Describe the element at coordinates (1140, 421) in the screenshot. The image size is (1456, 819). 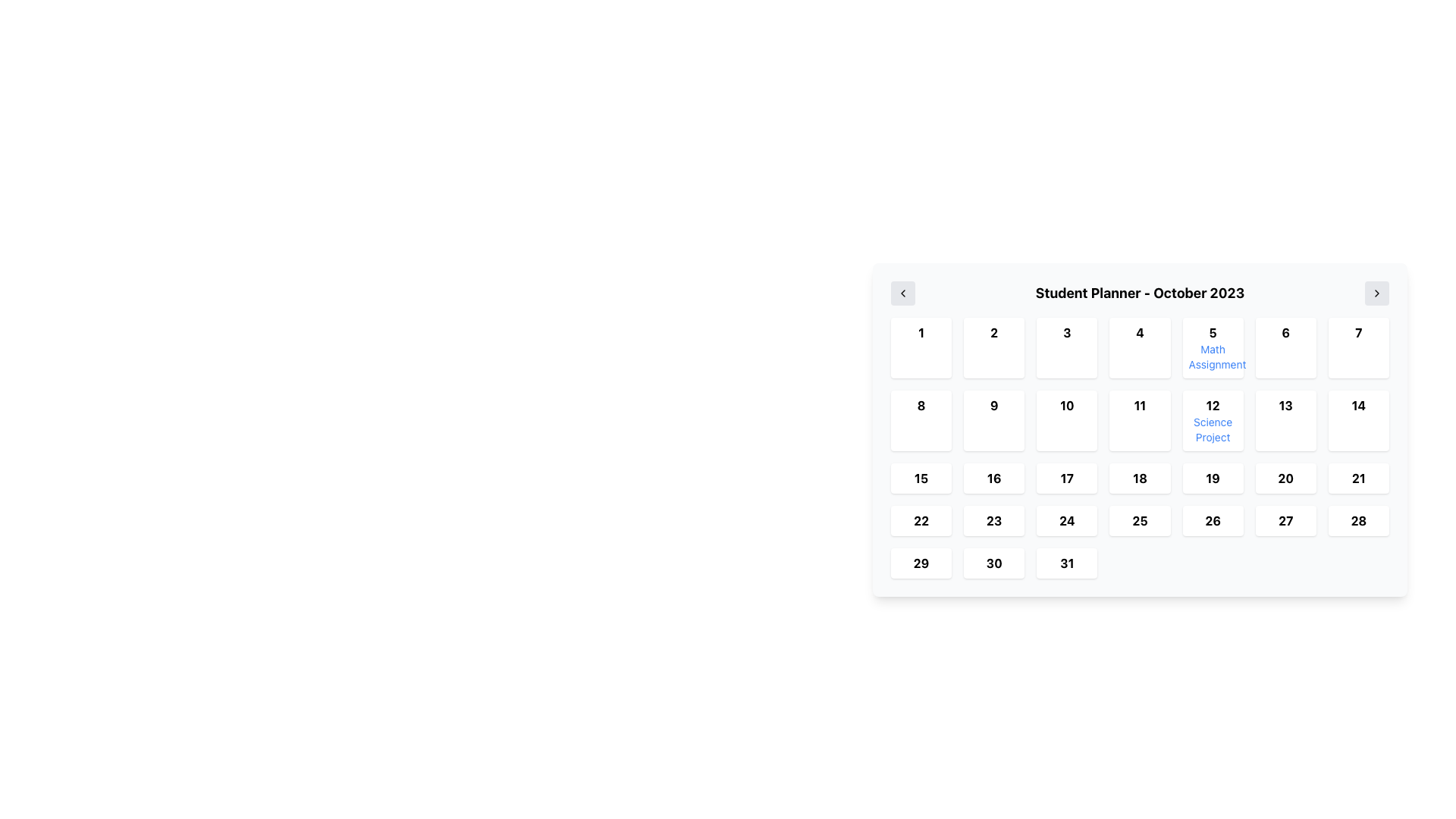
I see `the Calendar Date Cell that displays the number '11'` at that location.